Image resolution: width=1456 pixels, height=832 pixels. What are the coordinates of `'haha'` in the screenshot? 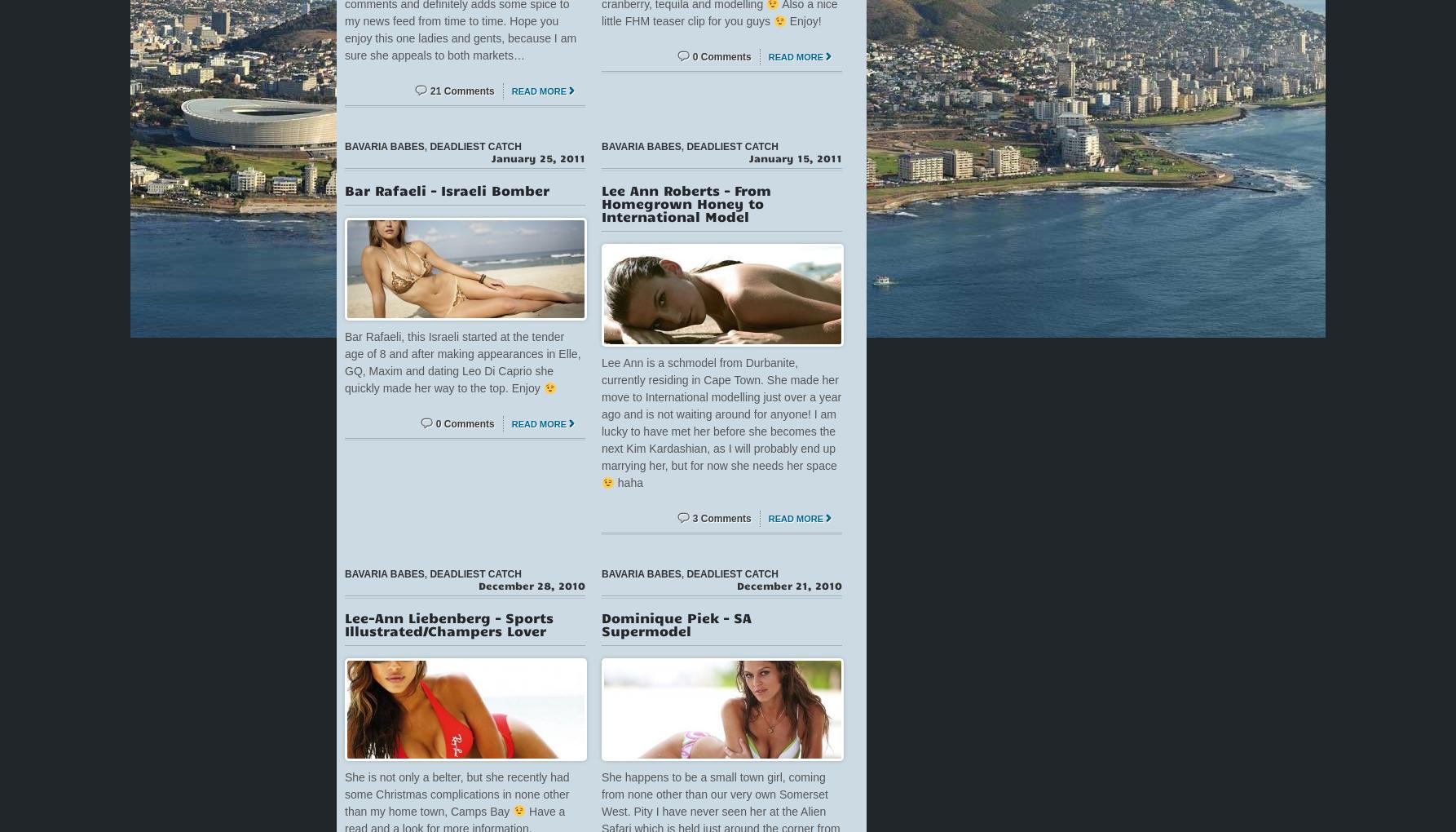 It's located at (612, 483).